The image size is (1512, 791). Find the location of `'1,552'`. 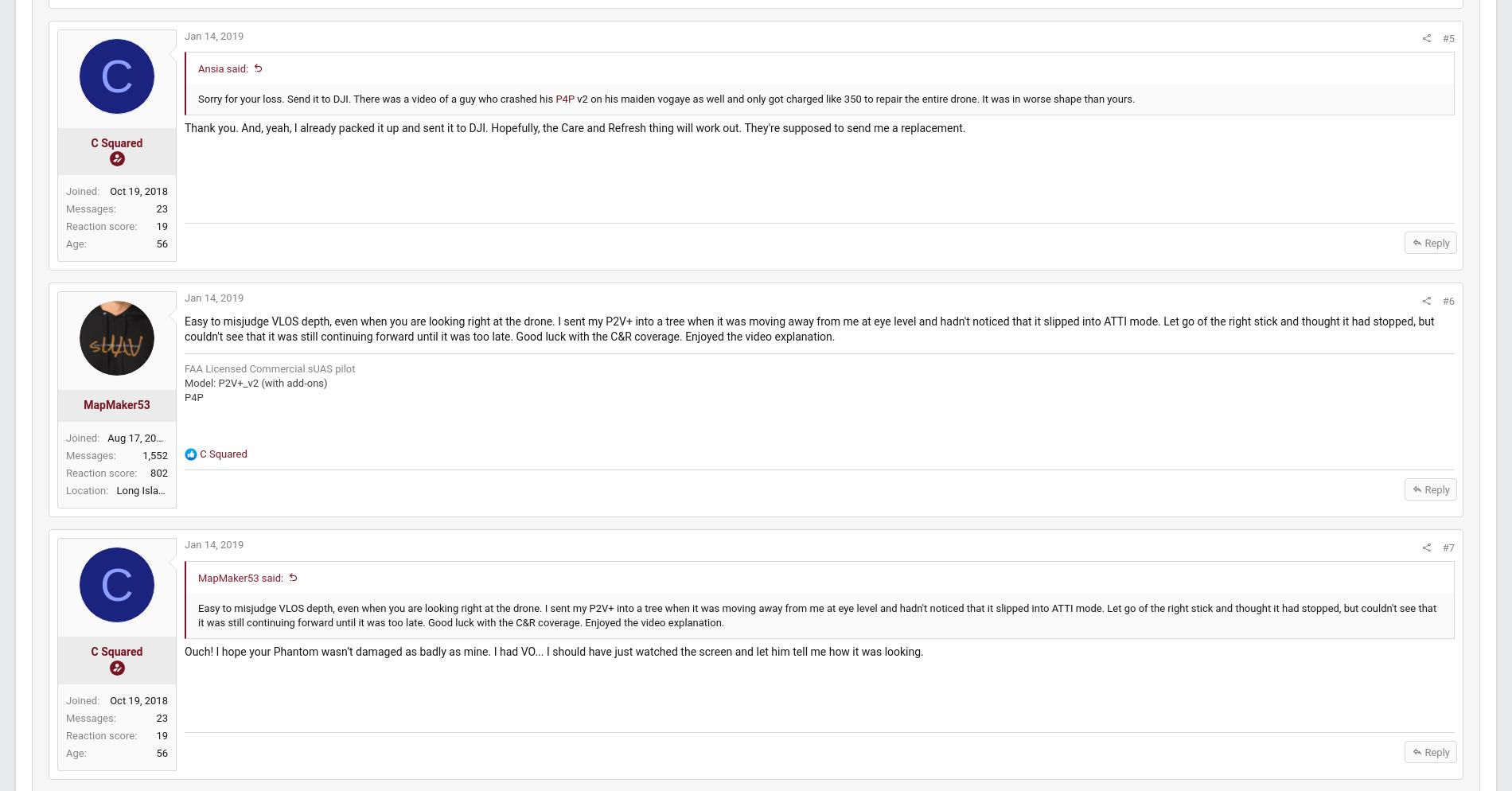

'1,552' is located at coordinates (179, 470).